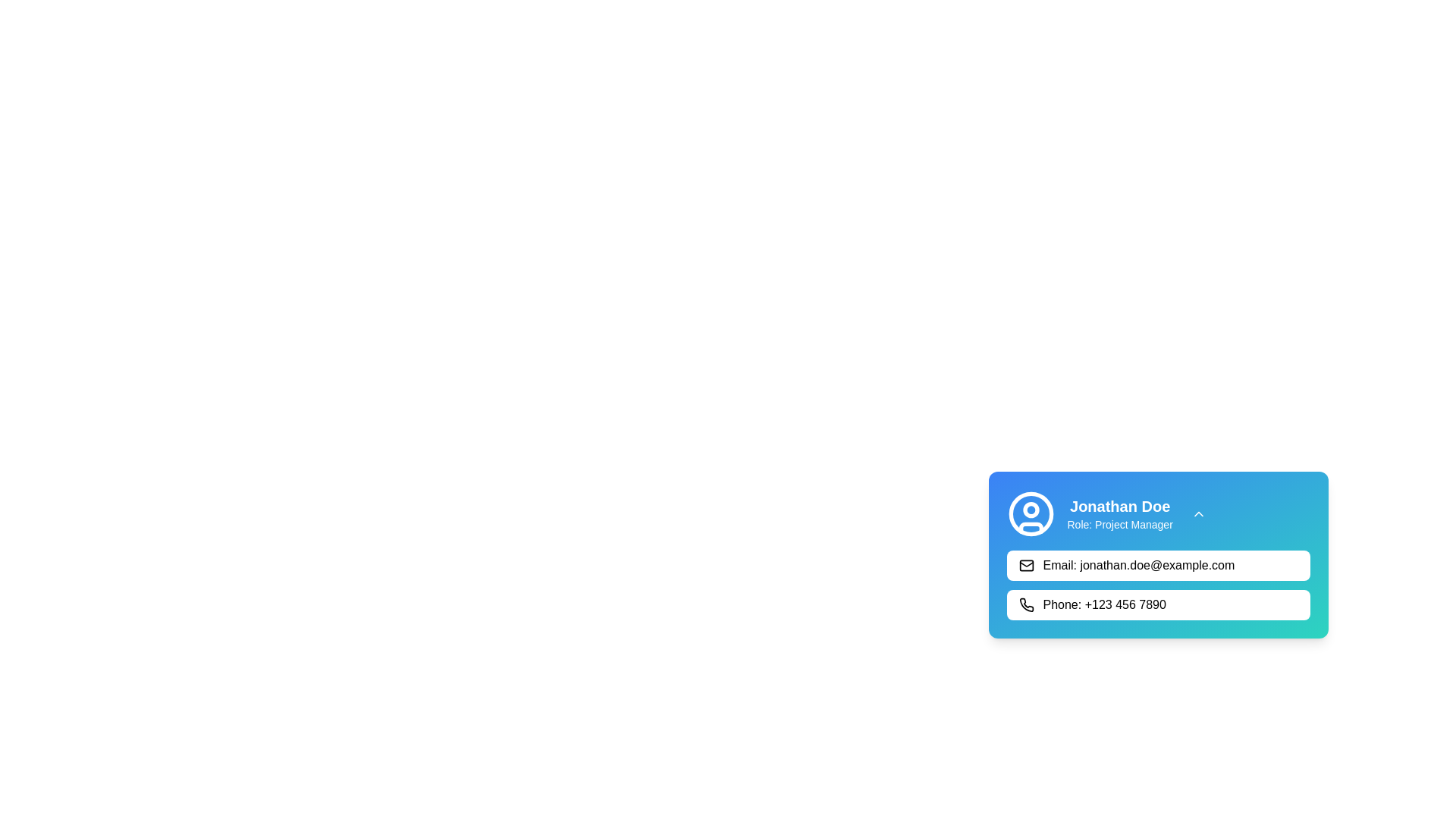  Describe the element at coordinates (1026, 565) in the screenshot. I see `the inner rectangle of the envelope icon in the contact card located at the bottom right of the interface, which represents the body of the envelope above the text 'Email: jonathan.doe@example.com'` at that location.